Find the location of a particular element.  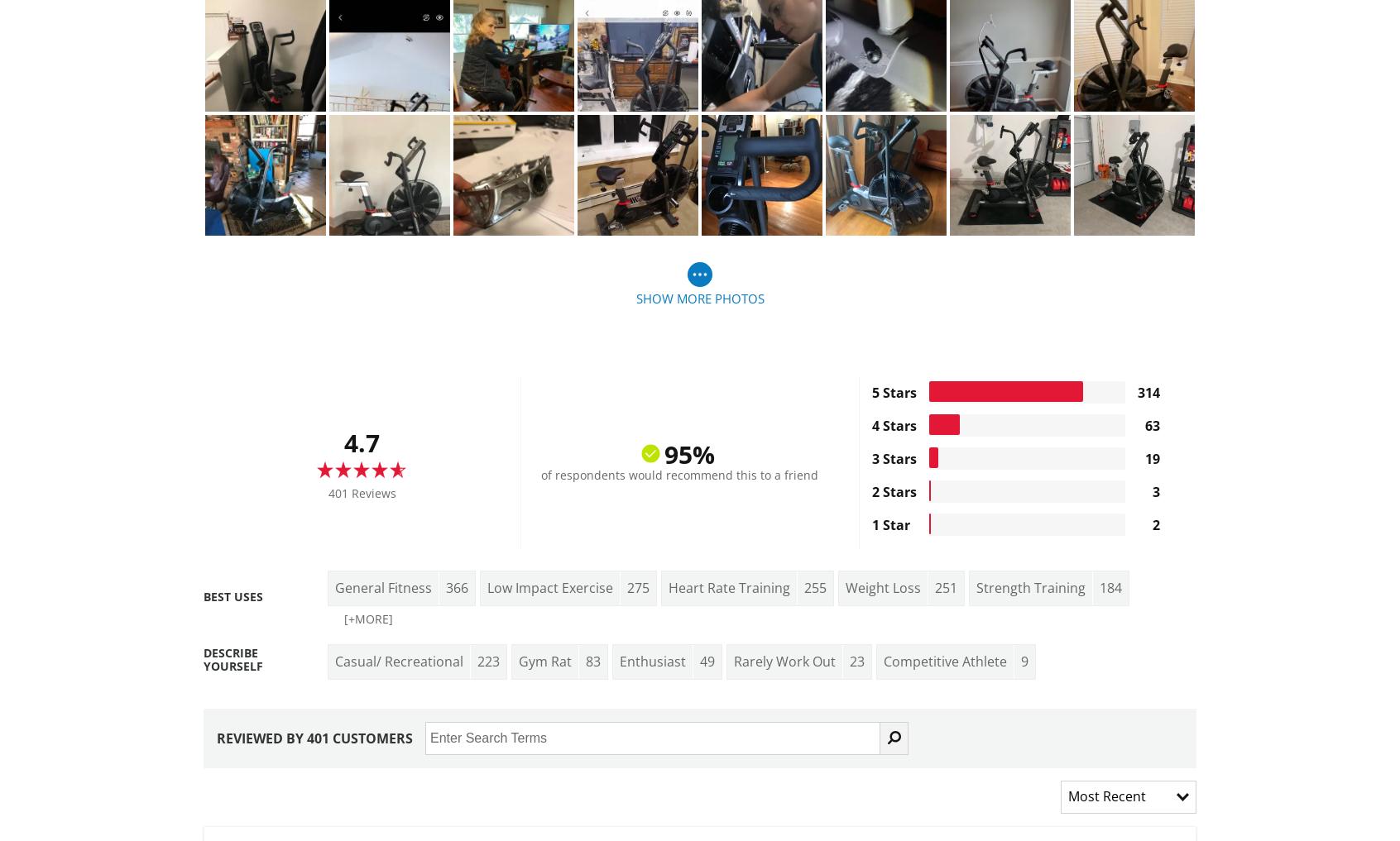

'23' is located at coordinates (856, 659).